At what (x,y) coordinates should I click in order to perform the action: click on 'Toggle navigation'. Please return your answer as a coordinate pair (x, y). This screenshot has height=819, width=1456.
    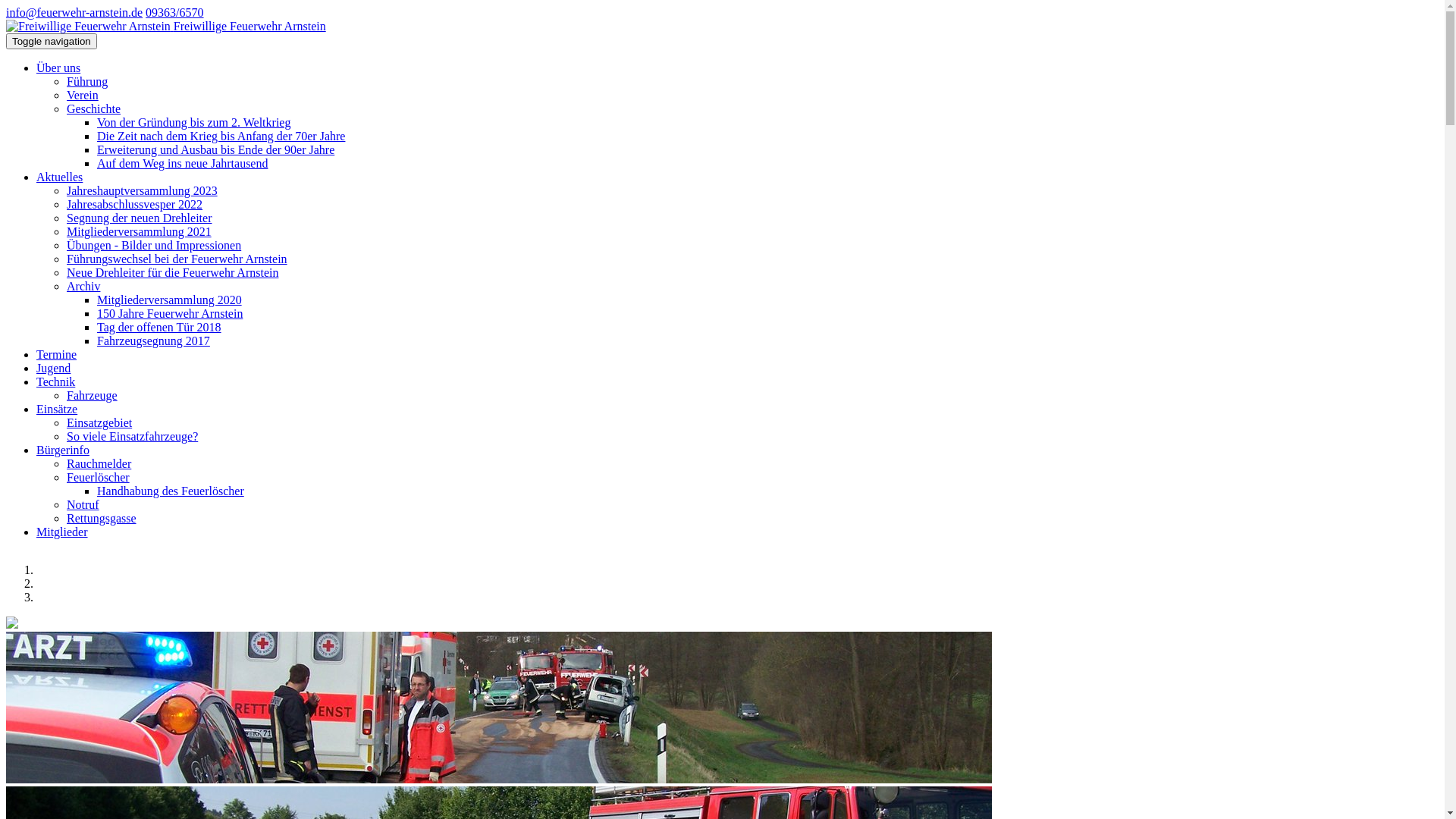
    Looking at the image, I should click on (6, 40).